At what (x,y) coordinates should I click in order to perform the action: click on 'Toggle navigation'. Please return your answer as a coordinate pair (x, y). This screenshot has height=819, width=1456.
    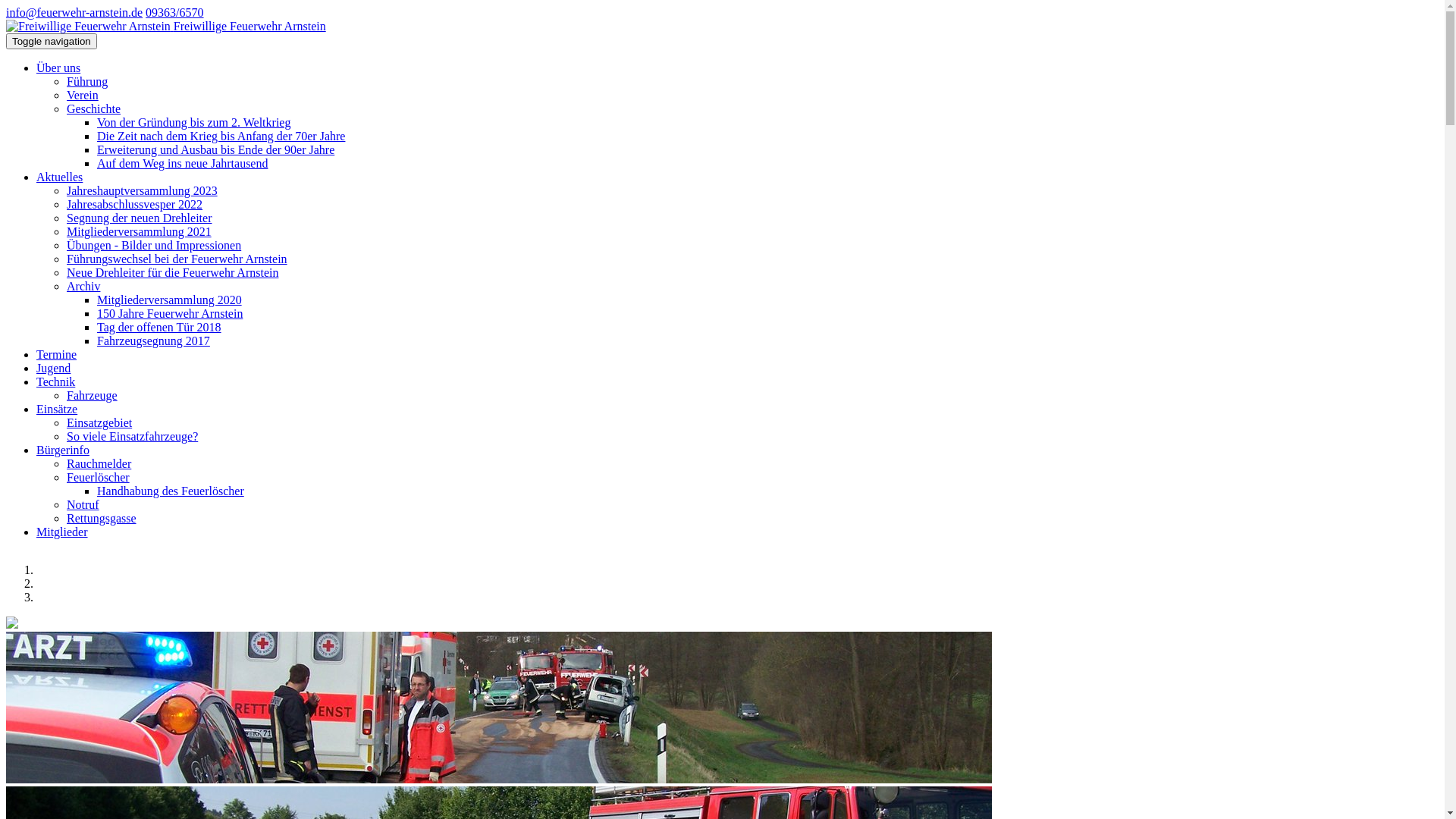
    Looking at the image, I should click on (6, 40).